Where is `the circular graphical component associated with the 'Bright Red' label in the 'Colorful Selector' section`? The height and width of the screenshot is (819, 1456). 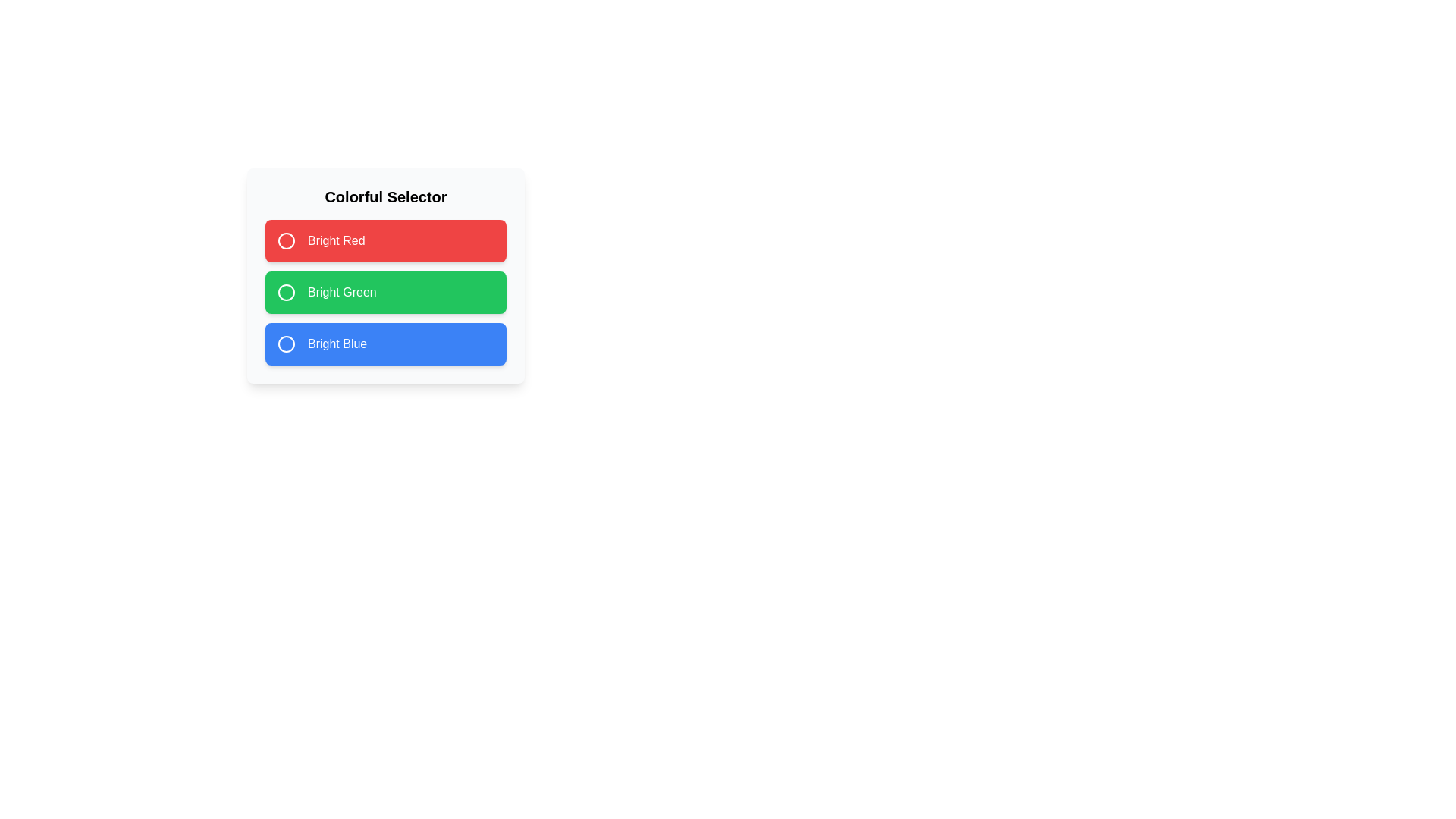
the circular graphical component associated with the 'Bright Red' label in the 'Colorful Selector' section is located at coordinates (287, 240).